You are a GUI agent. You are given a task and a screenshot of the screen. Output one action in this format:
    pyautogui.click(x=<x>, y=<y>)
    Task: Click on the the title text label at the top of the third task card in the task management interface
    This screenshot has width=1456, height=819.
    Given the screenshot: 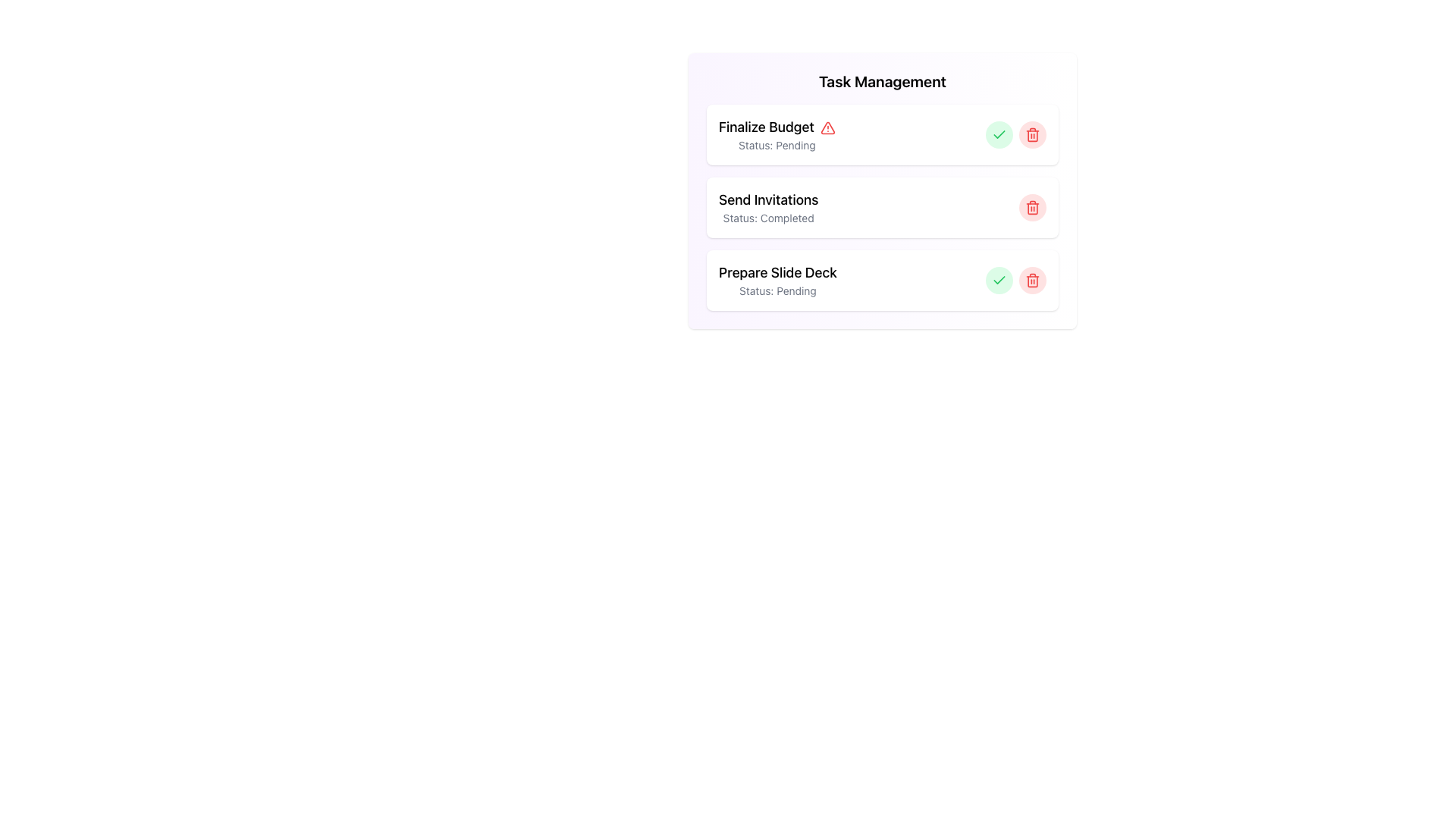 What is the action you would take?
    pyautogui.click(x=777, y=271)
    